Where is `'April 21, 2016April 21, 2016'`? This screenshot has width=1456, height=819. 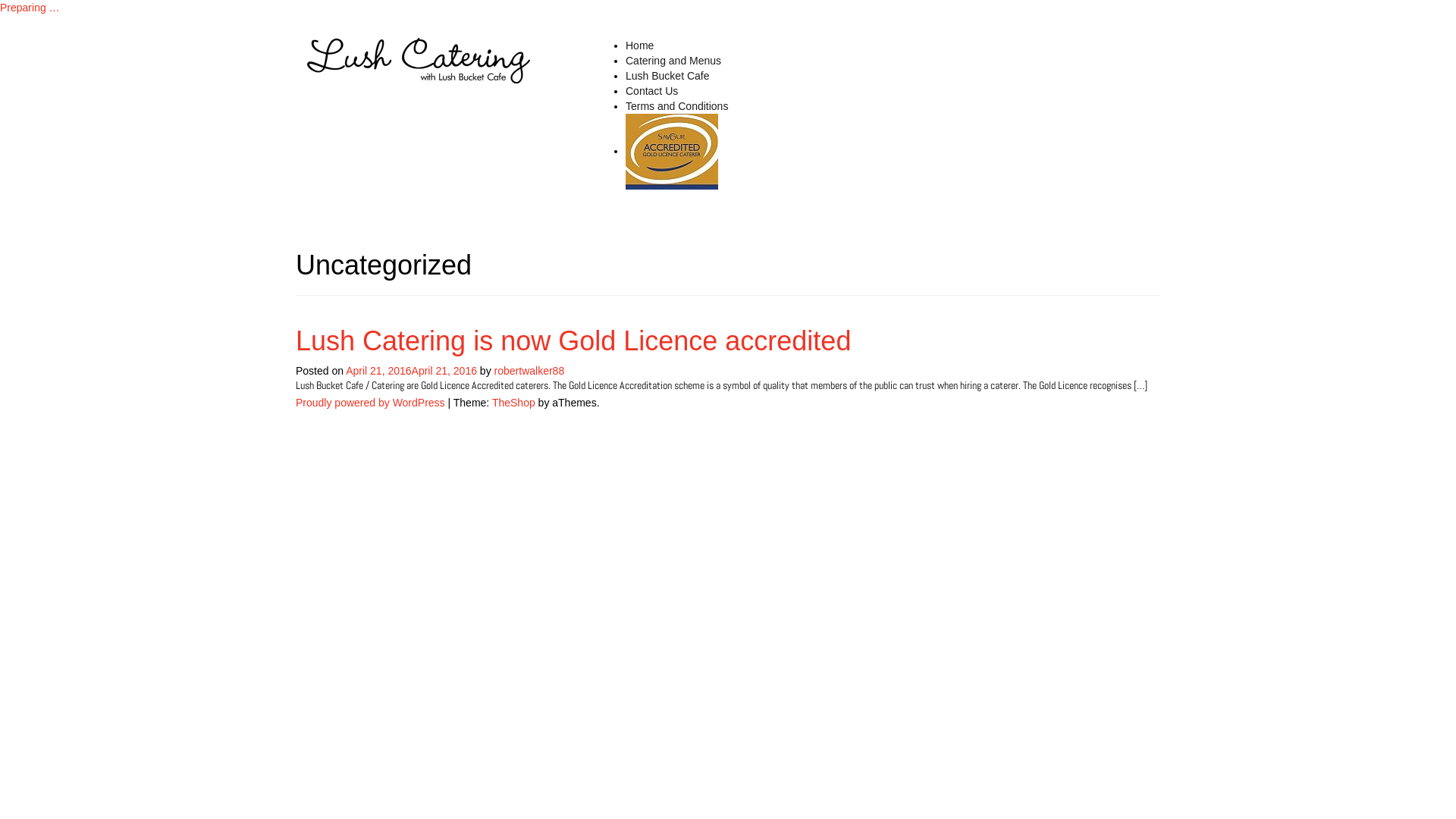 'April 21, 2016April 21, 2016' is located at coordinates (411, 371).